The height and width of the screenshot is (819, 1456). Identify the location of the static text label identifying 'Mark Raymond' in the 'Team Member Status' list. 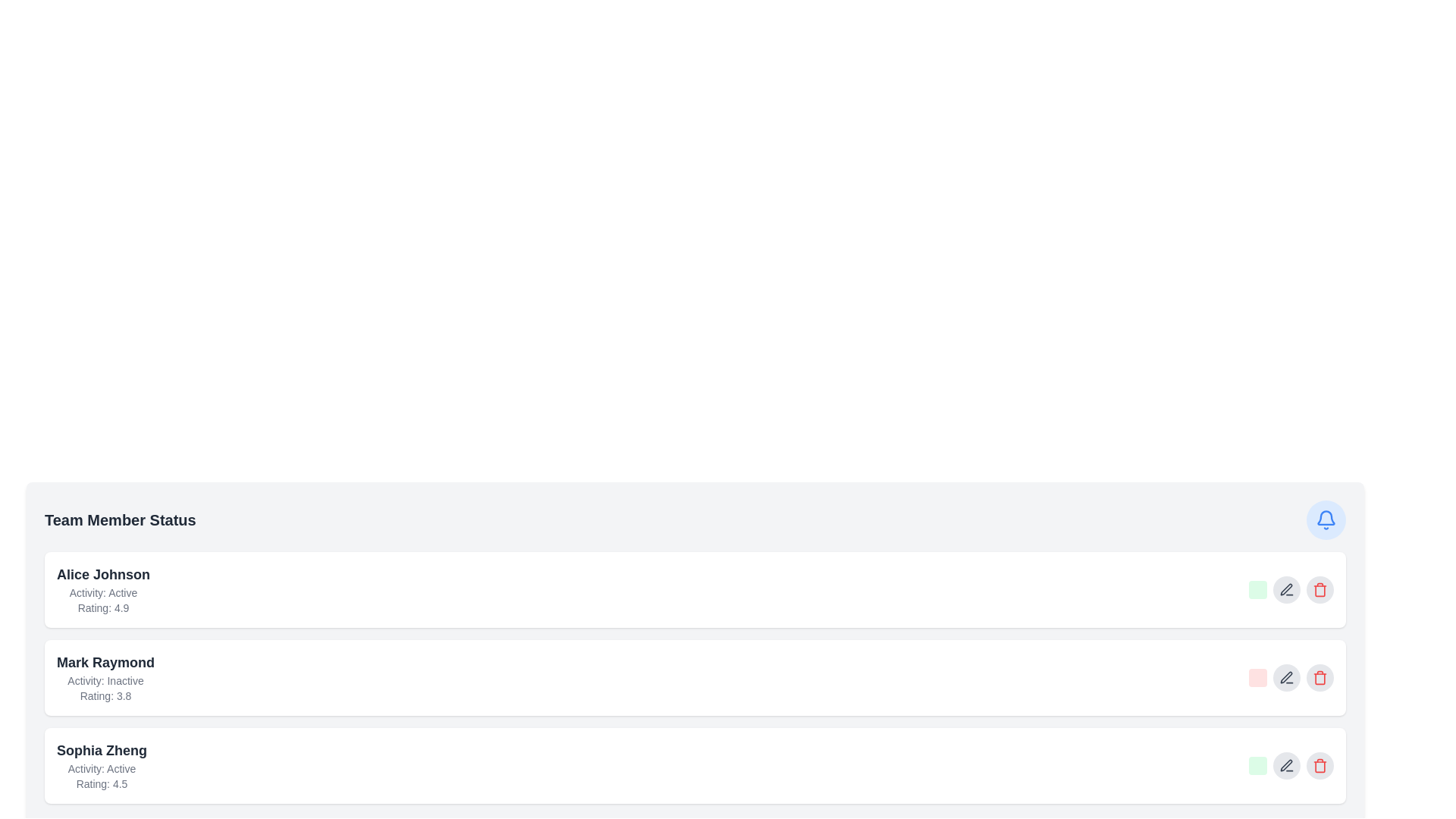
(105, 662).